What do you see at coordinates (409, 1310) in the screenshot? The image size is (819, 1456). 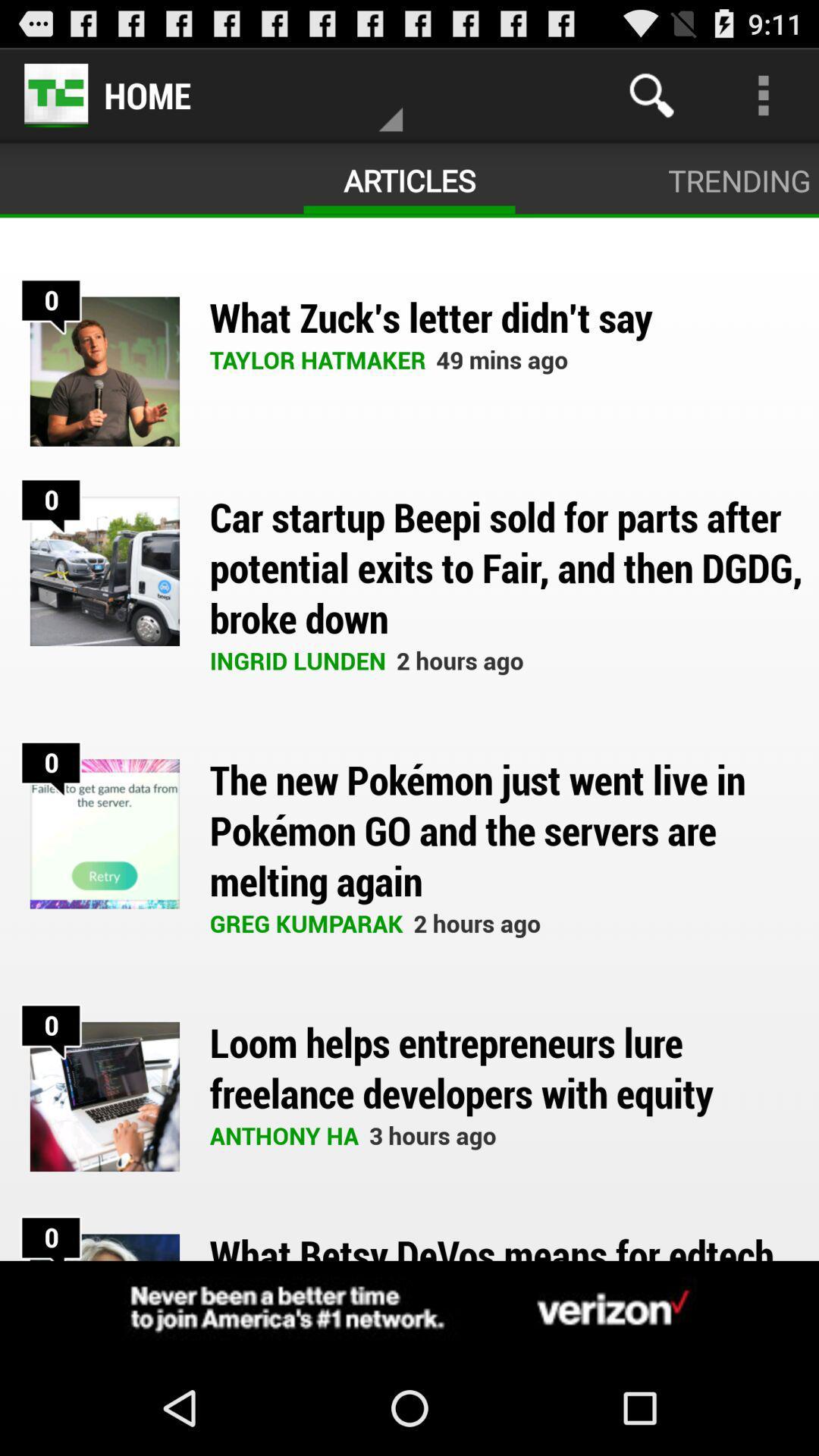 I see `of the option` at bounding box center [409, 1310].